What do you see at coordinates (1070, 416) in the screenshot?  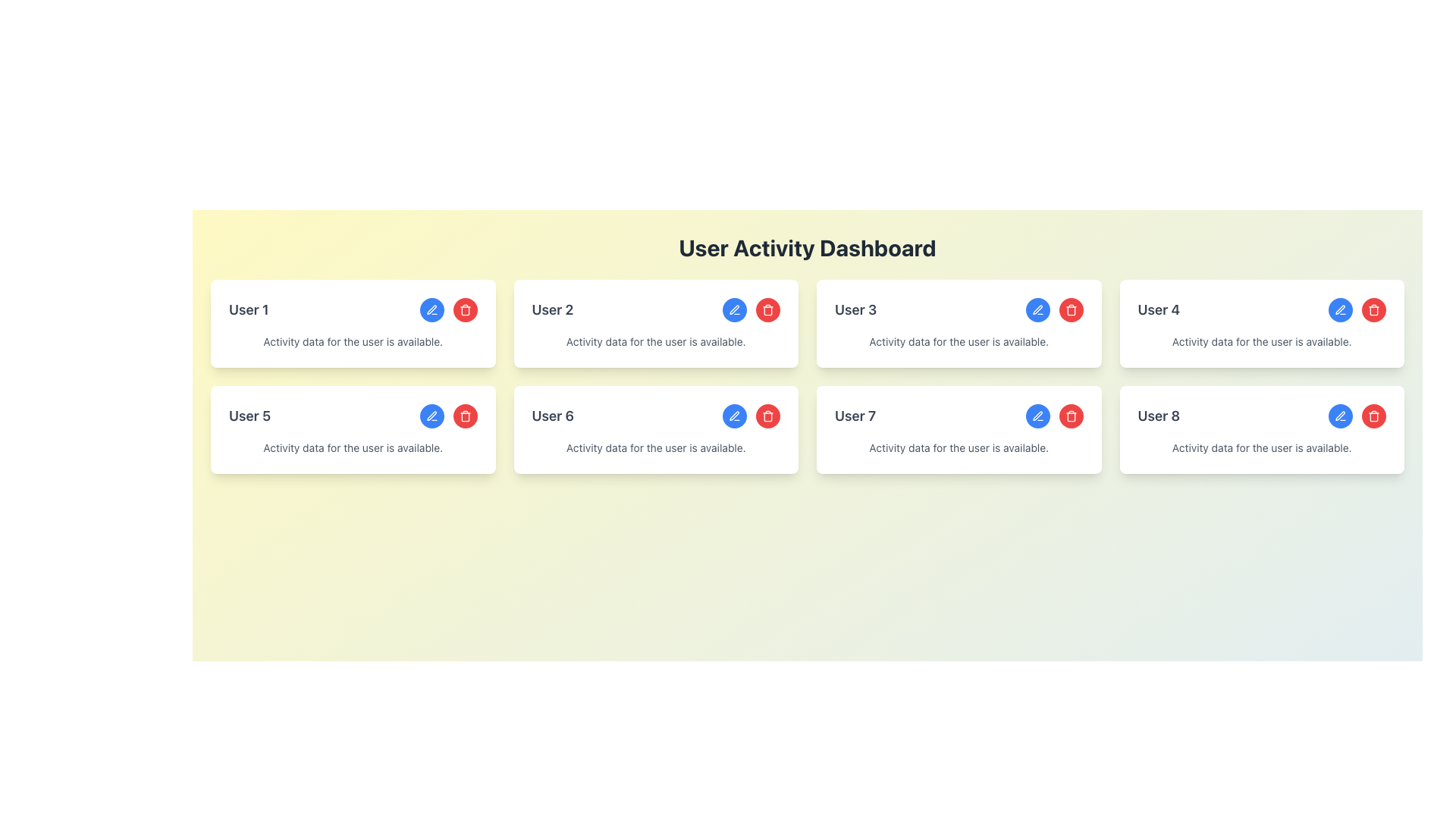 I see `the trash bin icon button located within the 'User 8' card` at bounding box center [1070, 416].